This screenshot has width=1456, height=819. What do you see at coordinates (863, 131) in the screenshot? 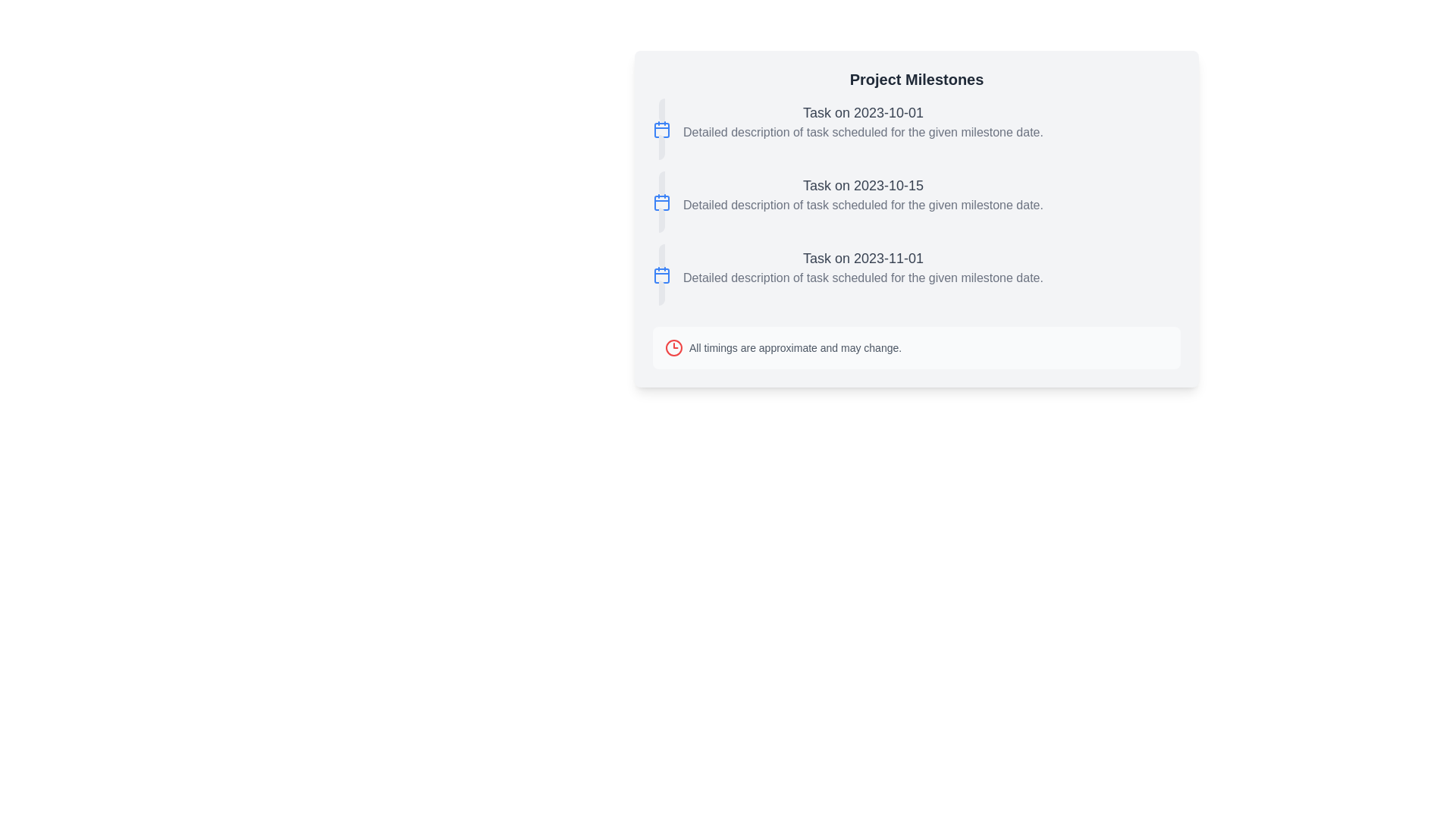
I see `the informational text element located directly beneath the bold title 'Task on 2023-10-01' in the first milestone item of the list` at bounding box center [863, 131].